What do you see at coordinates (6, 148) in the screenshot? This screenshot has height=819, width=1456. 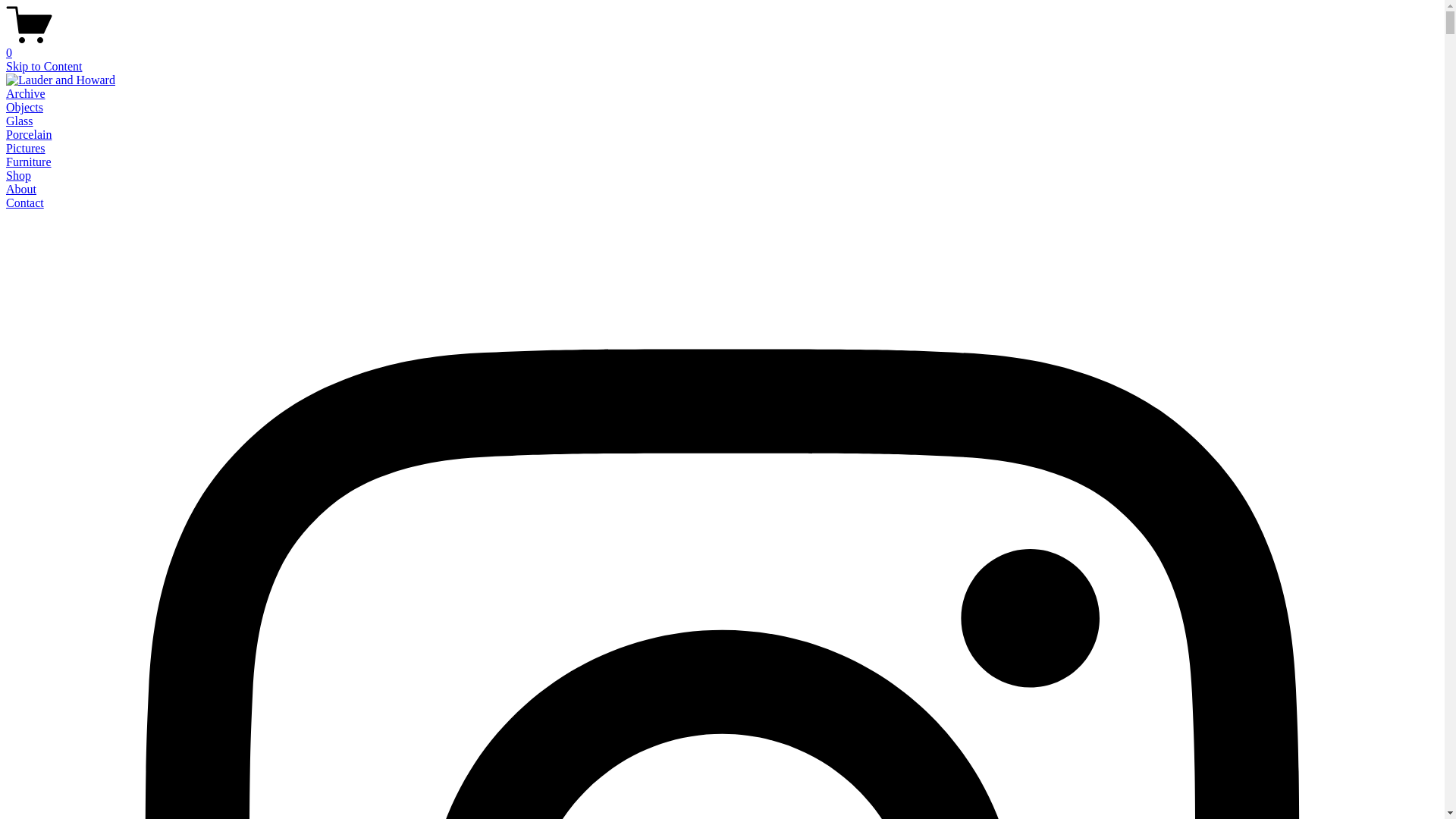 I see `'Pictures'` at bounding box center [6, 148].